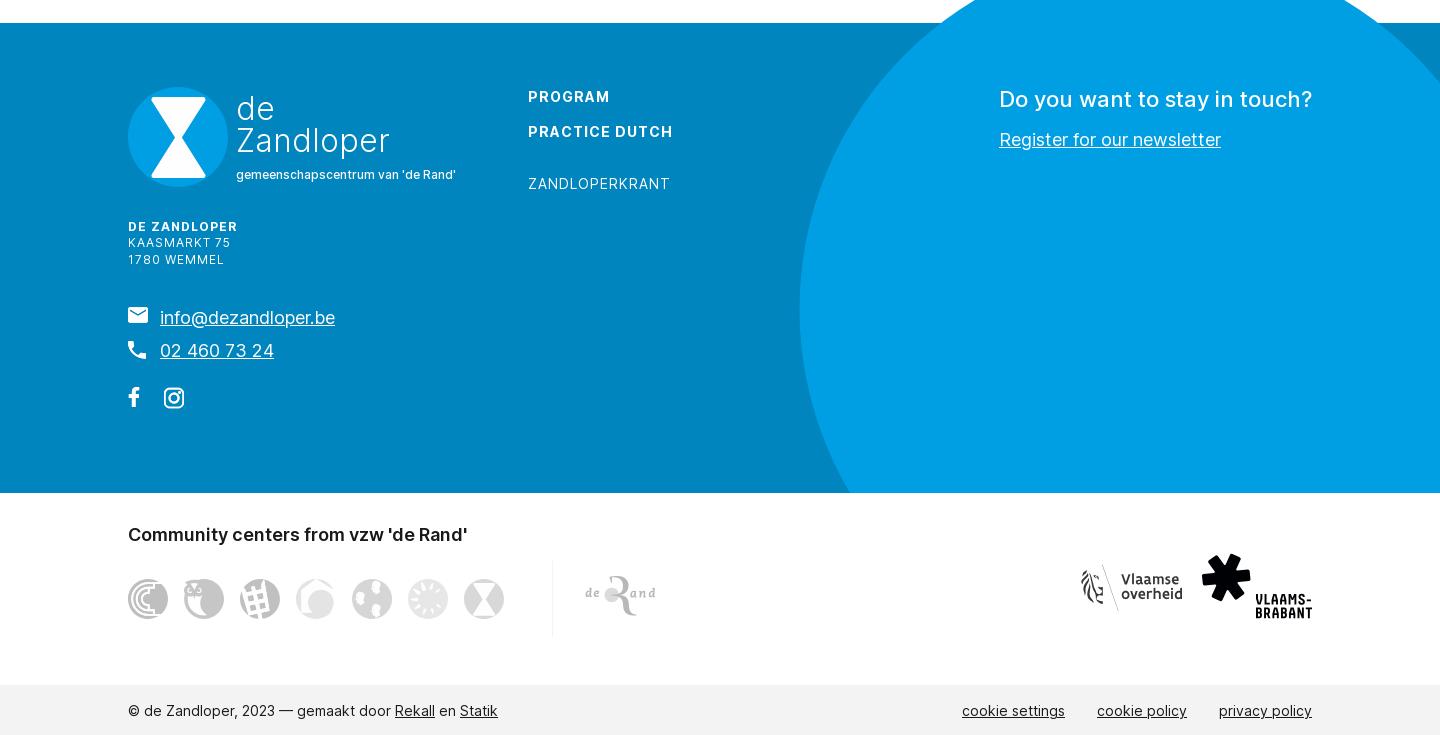 The image size is (1440, 735). What do you see at coordinates (1265, 710) in the screenshot?
I see `'privacy policy'` at bounding box center [1265, 710].